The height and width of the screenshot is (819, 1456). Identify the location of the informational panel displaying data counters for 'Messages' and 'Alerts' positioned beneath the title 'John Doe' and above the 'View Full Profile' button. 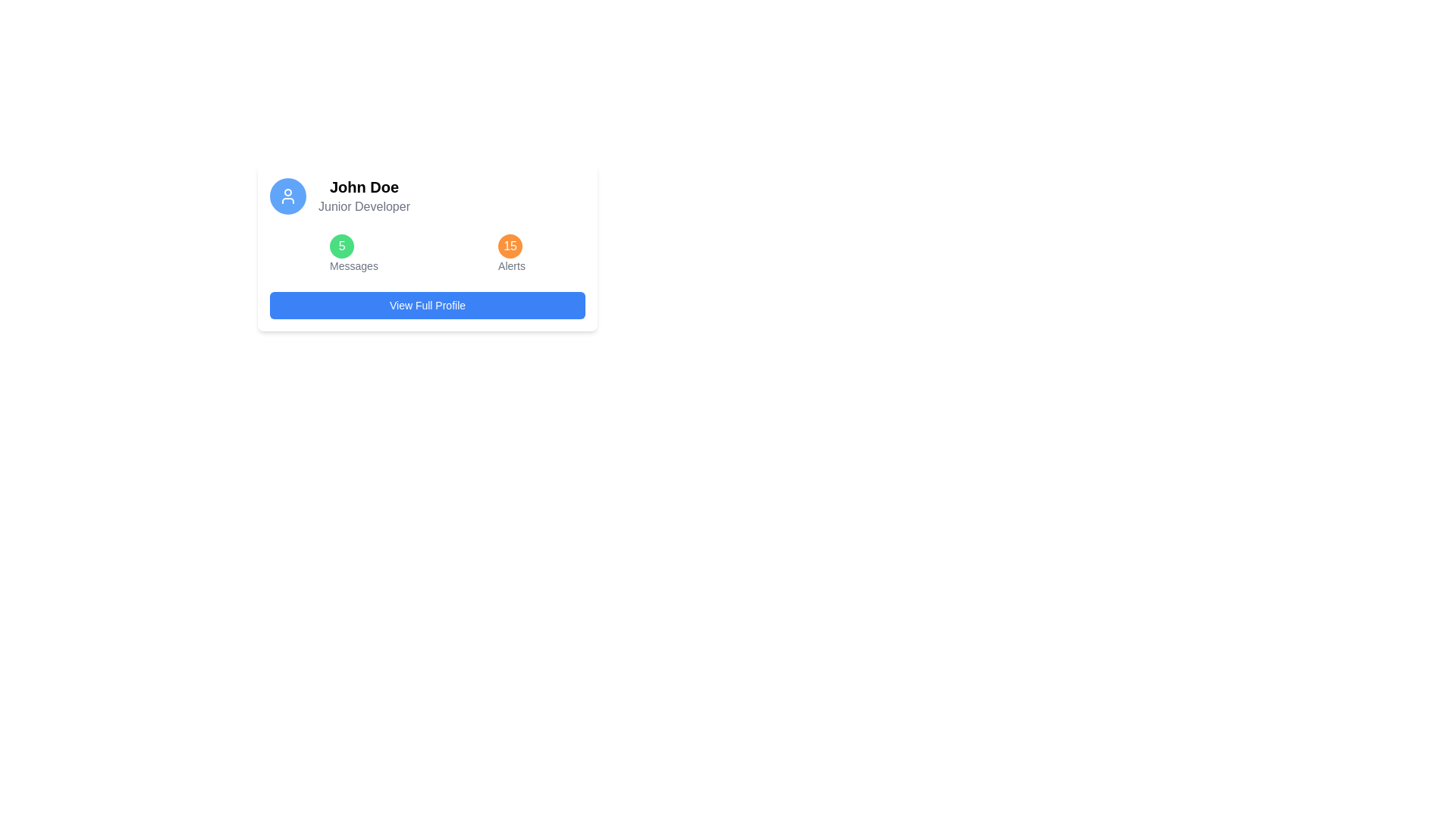
(427, 253).